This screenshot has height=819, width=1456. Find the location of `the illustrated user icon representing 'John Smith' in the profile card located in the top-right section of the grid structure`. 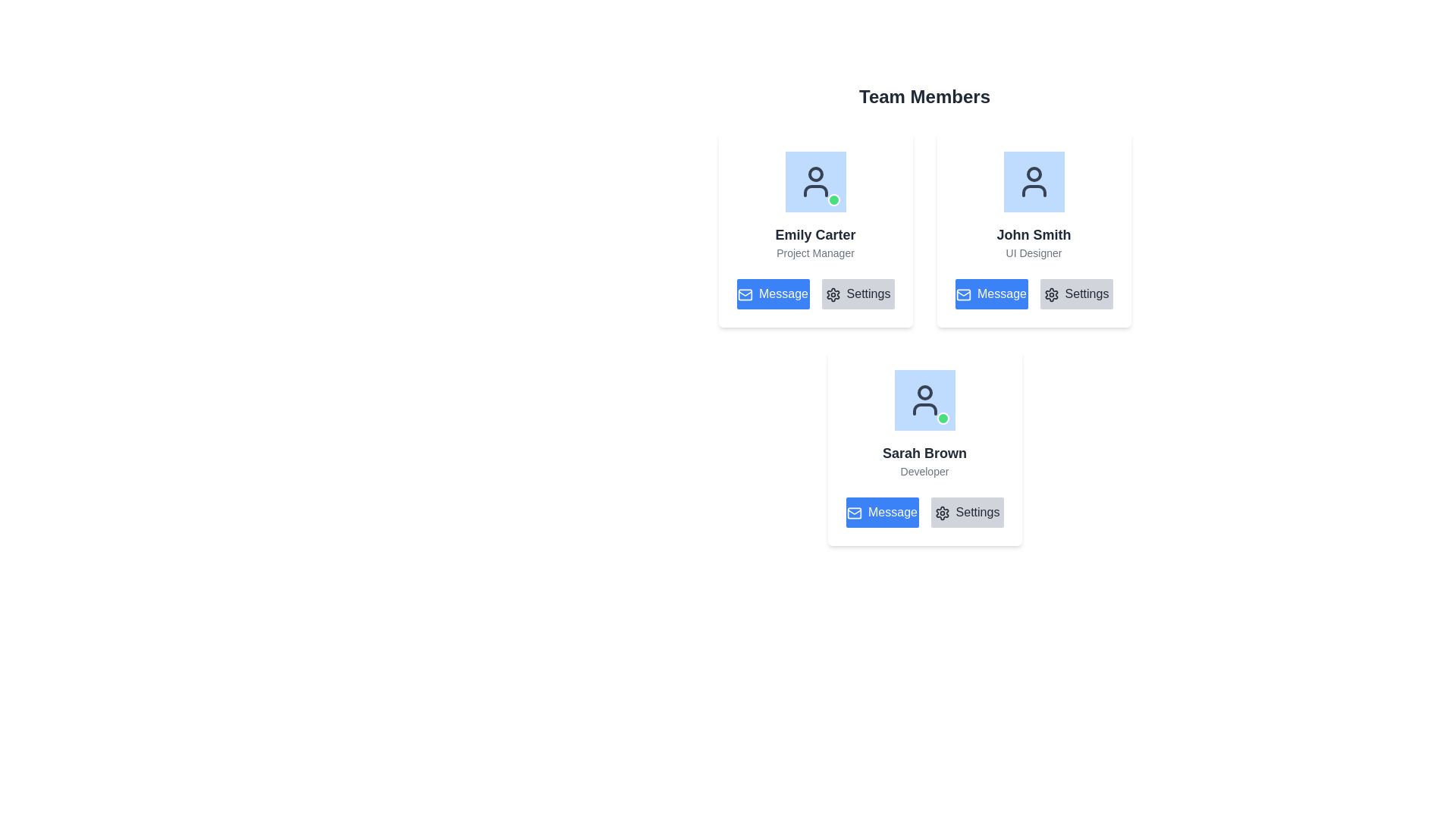

the illustrated user icon representing 'John Smith' in the profile card located in the top-right section of the grid structure is located at coordinates (1033, 180).